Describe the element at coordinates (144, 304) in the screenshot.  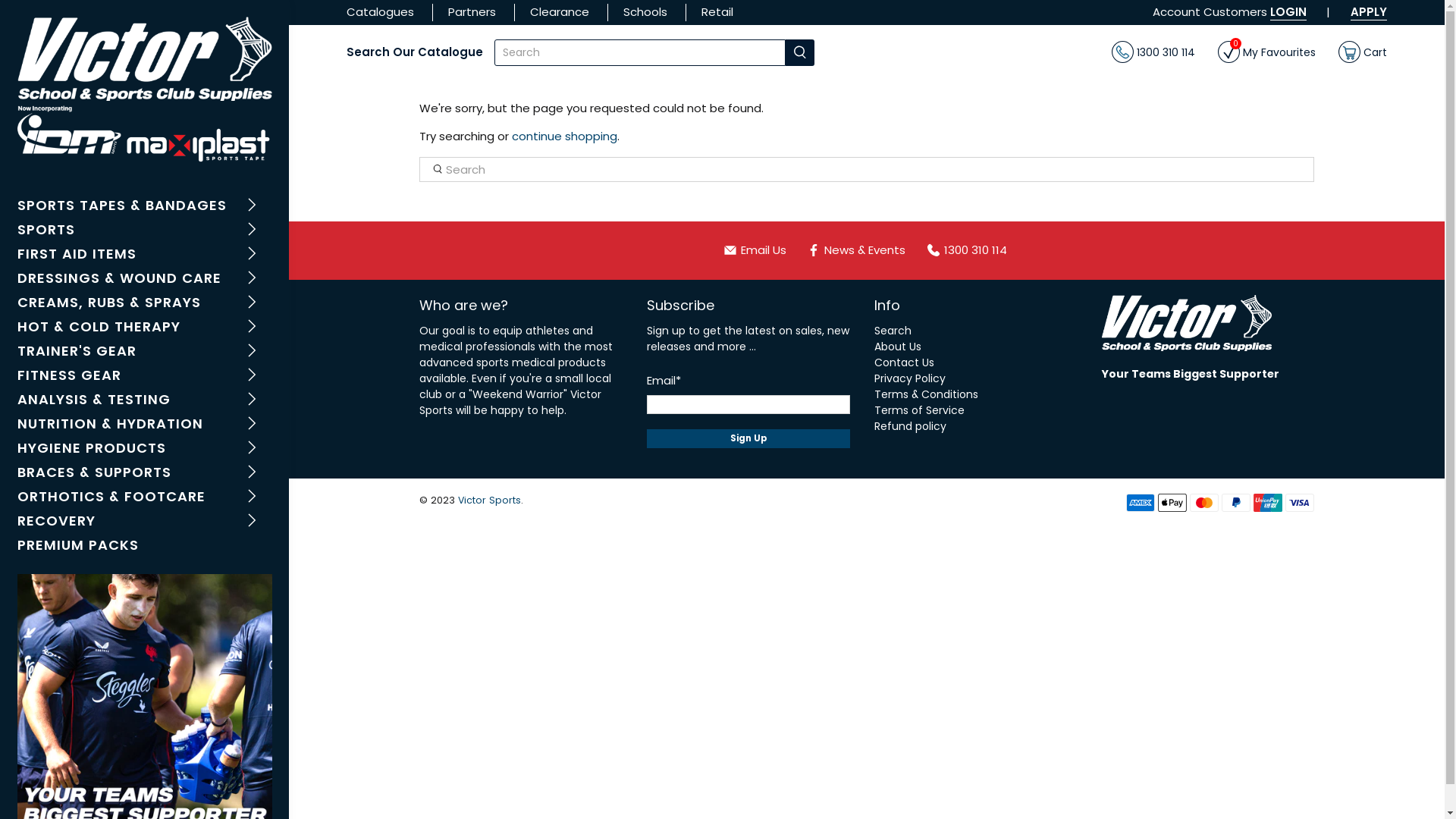
I see `'CREAMS, RUBS & SPRAYS'` at that location.